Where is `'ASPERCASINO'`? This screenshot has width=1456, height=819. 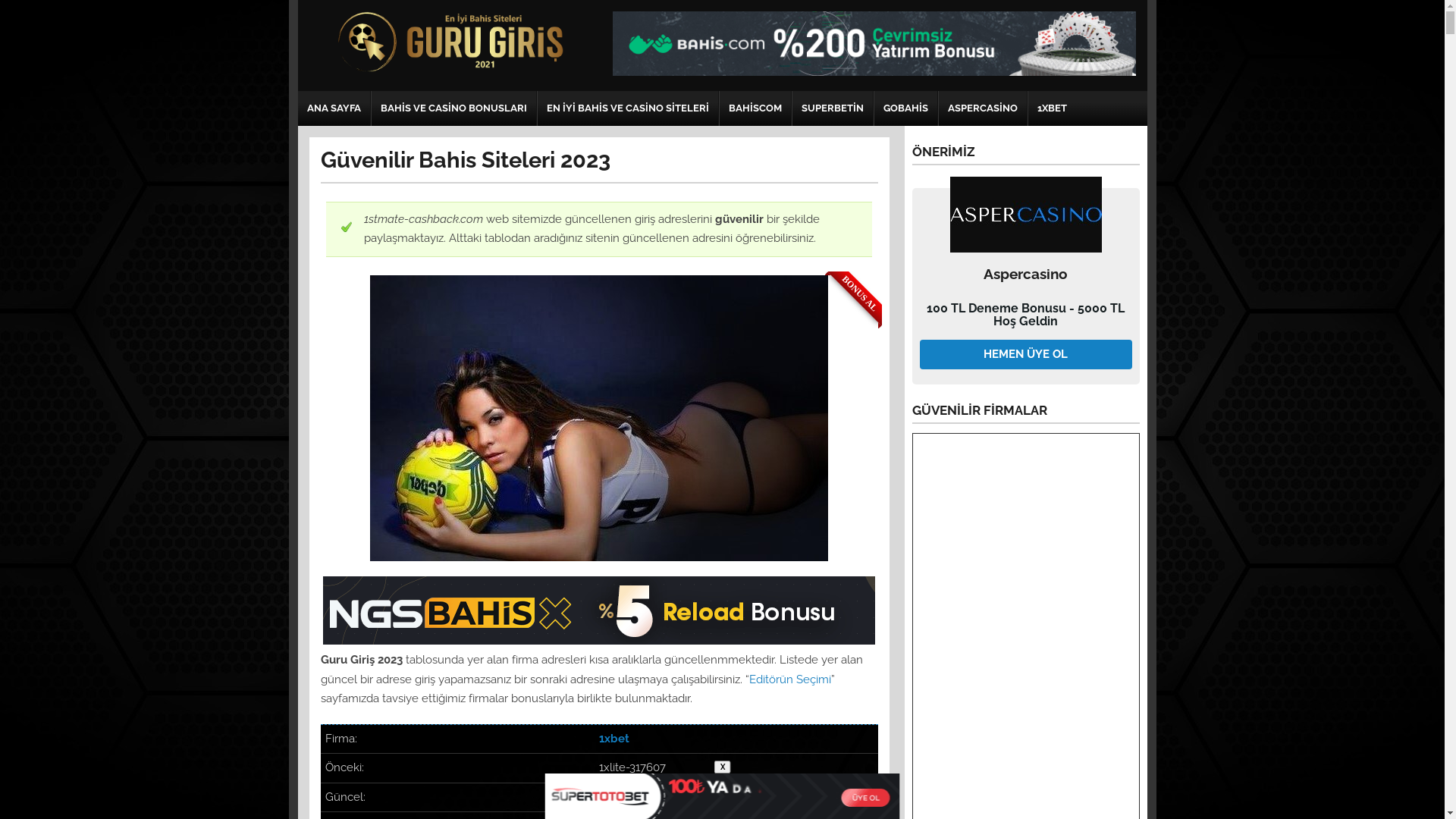 'ASPERCASINO' is located at coordinates (983, 107).